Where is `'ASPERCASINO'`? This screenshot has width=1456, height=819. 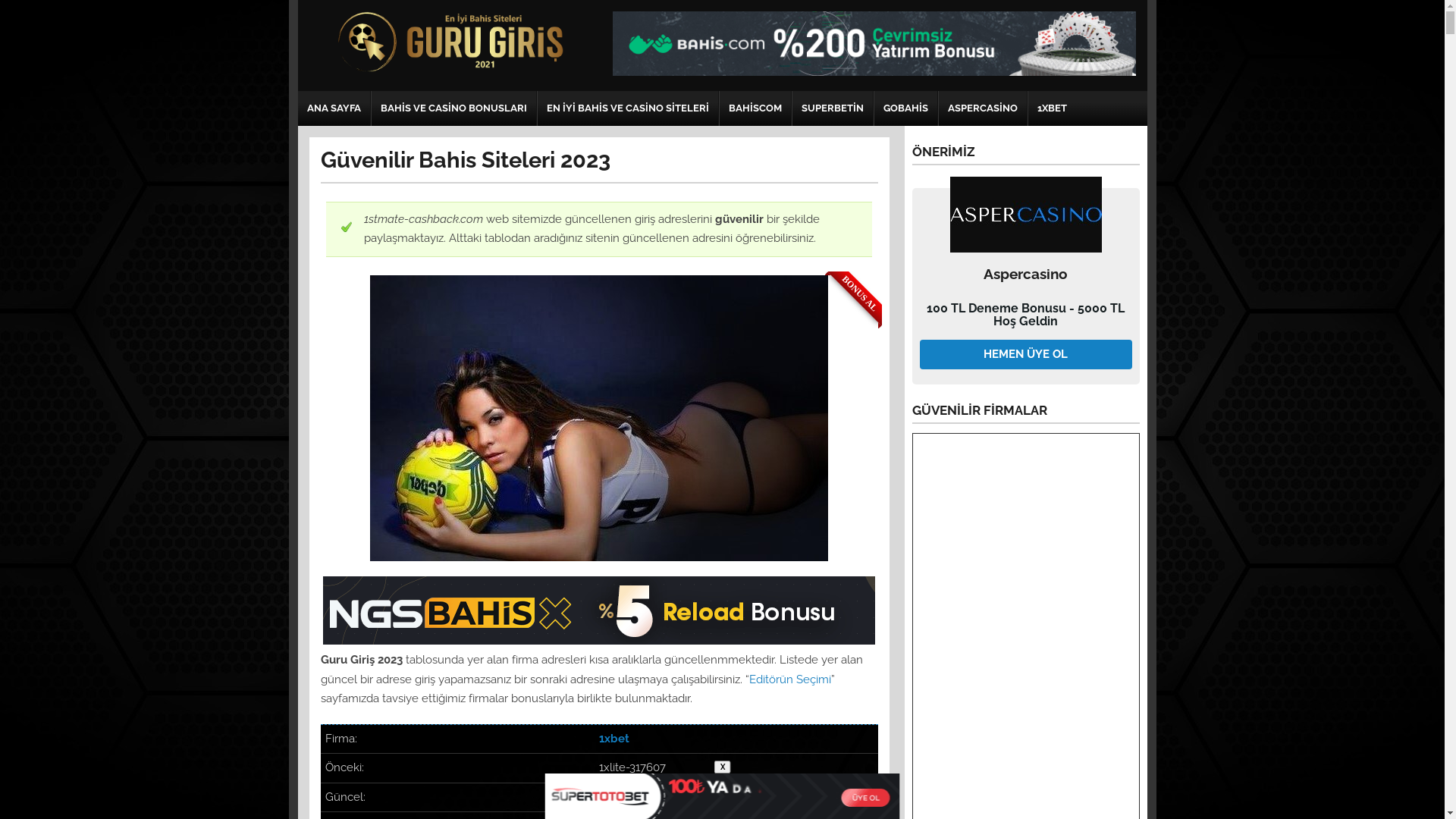 'ASPERCASINO' is located at coordinates (983, 107).